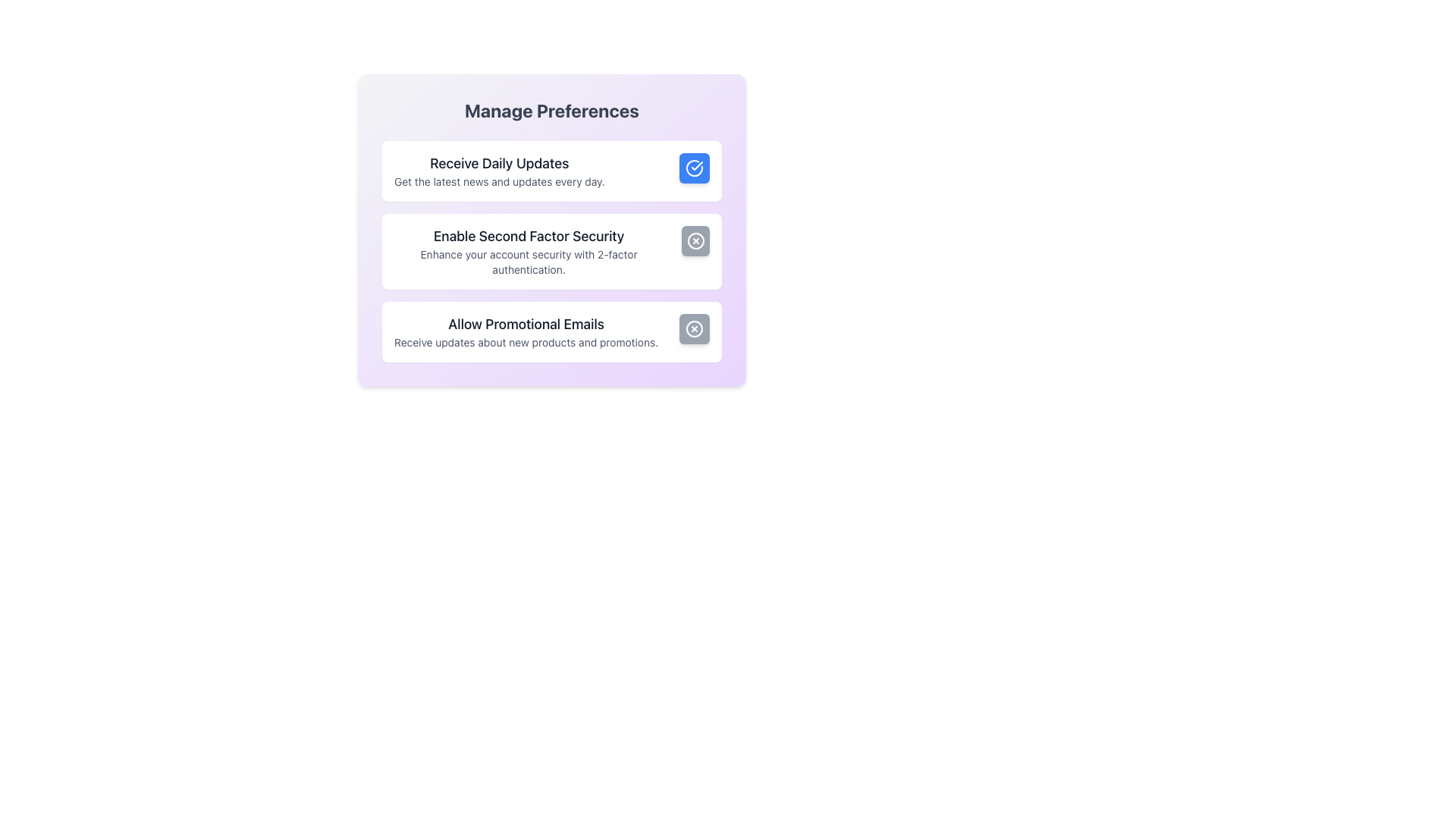 The width and height of the screenshot is (1456, 819). What do you see at coordinates (695, 240) in the screenshot?
I see `the gray circular icon with a cross mark in its center located to the right of the 'Enable Second Factor Security' option in the modal box` at bounding box center [695, 240].